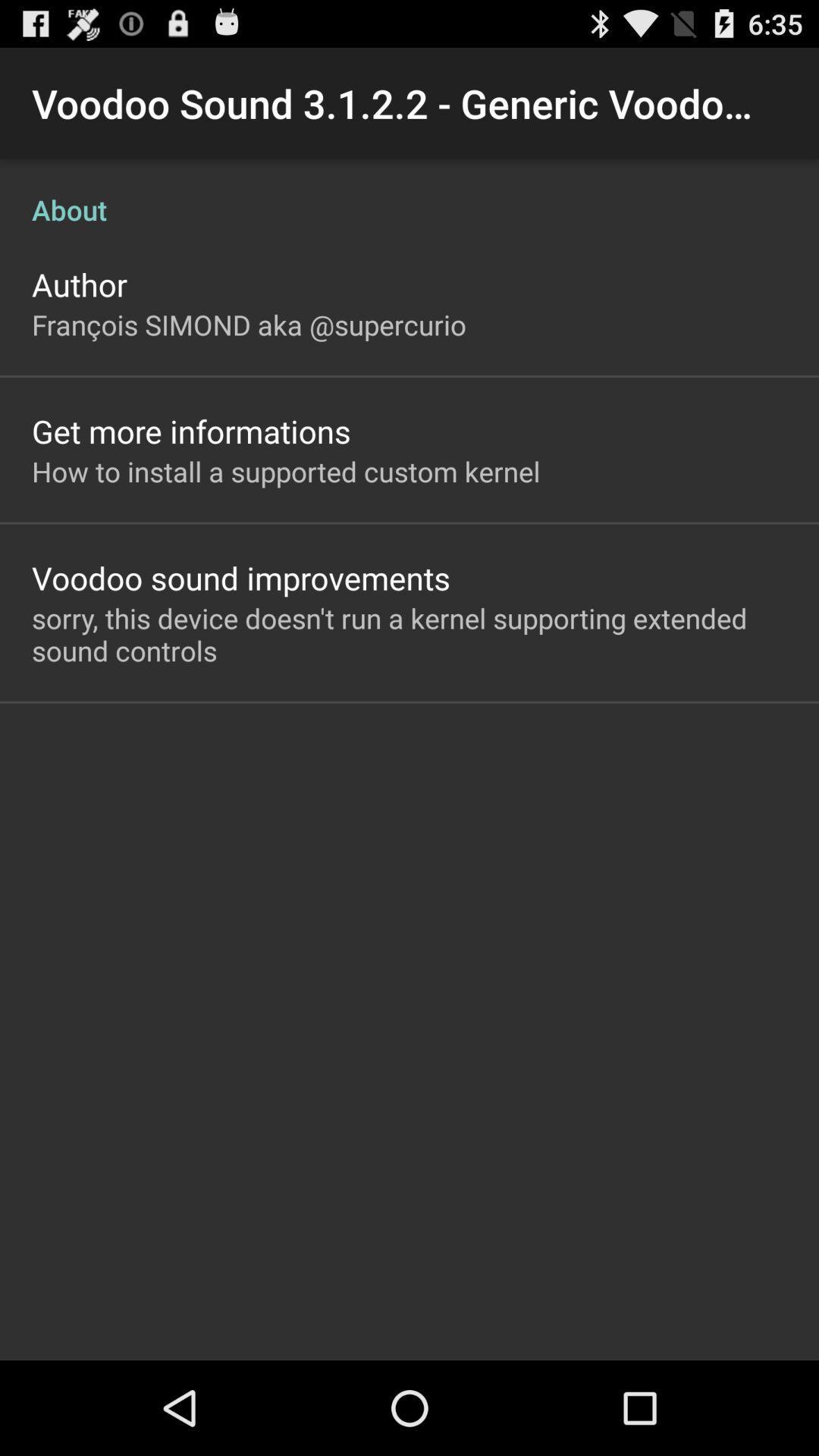 This screenshot has width=819, height=1456. I want to click on the app below the about app, so click(79, 284).